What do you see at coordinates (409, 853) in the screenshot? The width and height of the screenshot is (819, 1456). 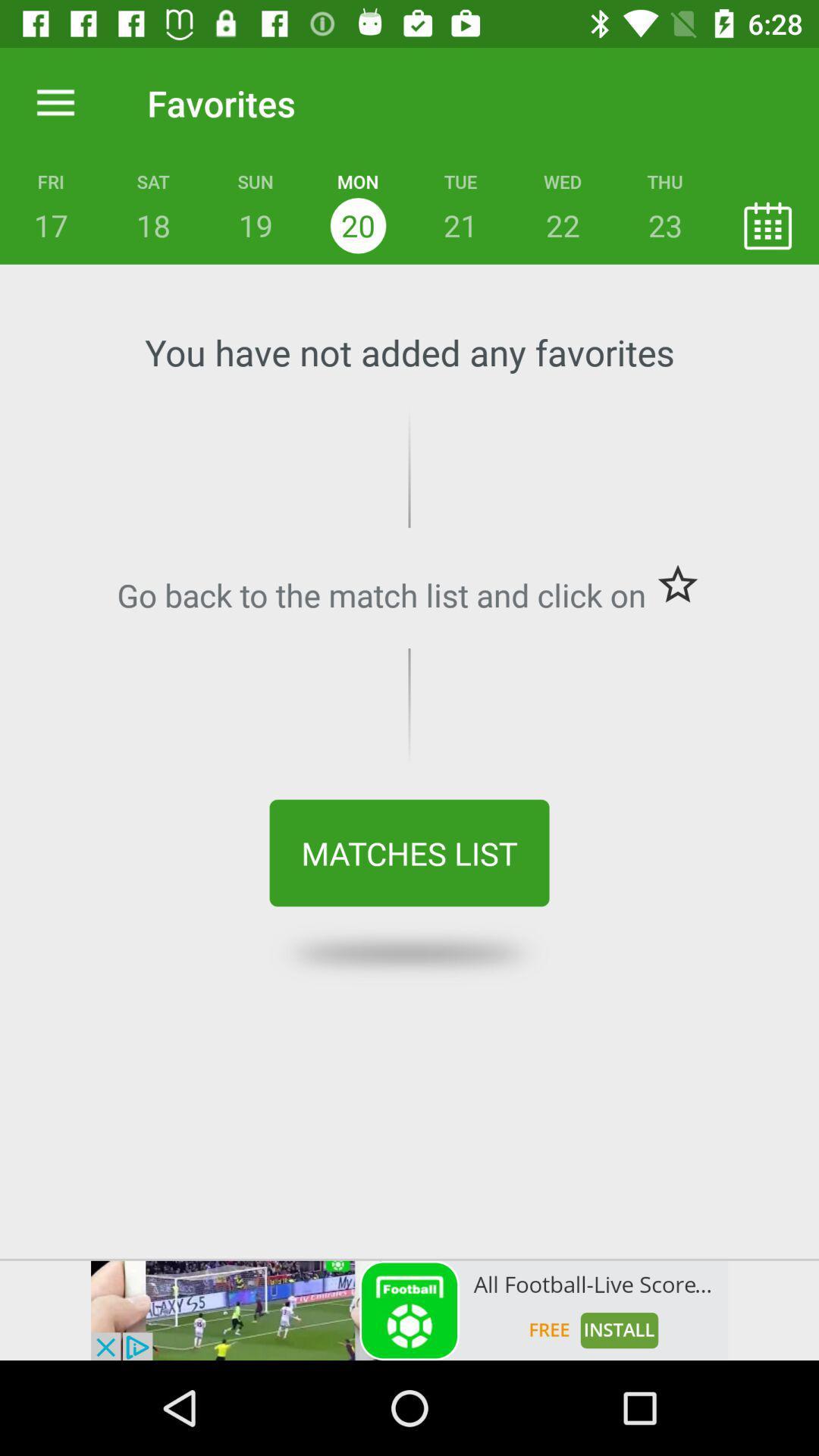 I see `matches list` at bounding box center [409, 853].